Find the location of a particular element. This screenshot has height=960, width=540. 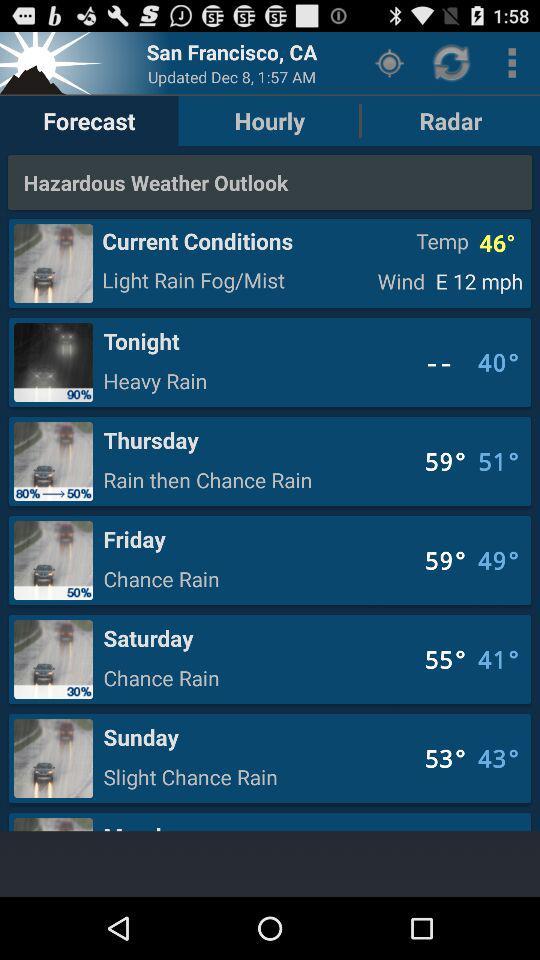

the refresh icon is located at coordinates (452, 67).